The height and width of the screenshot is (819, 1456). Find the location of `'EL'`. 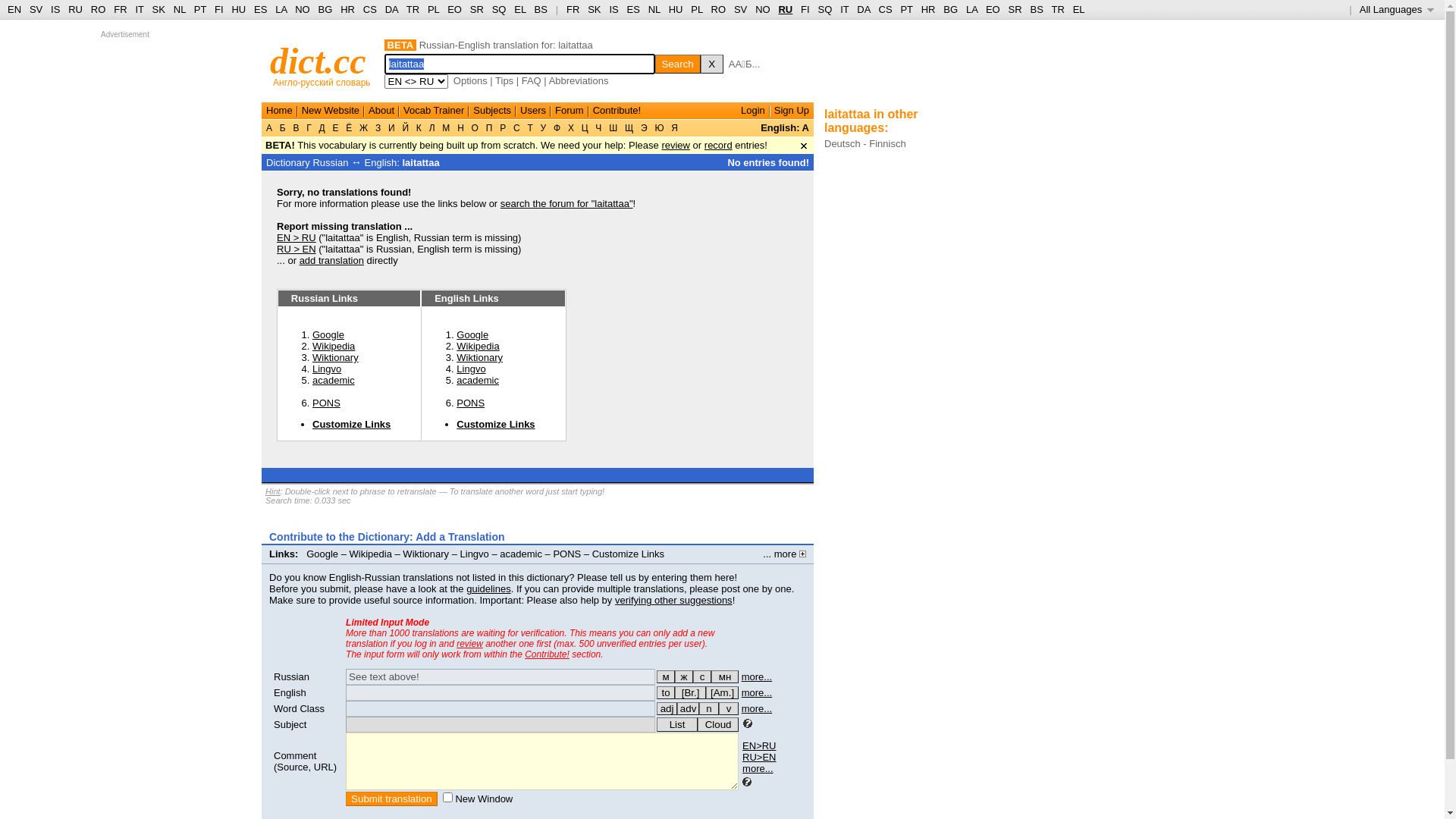

'EL' is located at coordinates (519, 9).